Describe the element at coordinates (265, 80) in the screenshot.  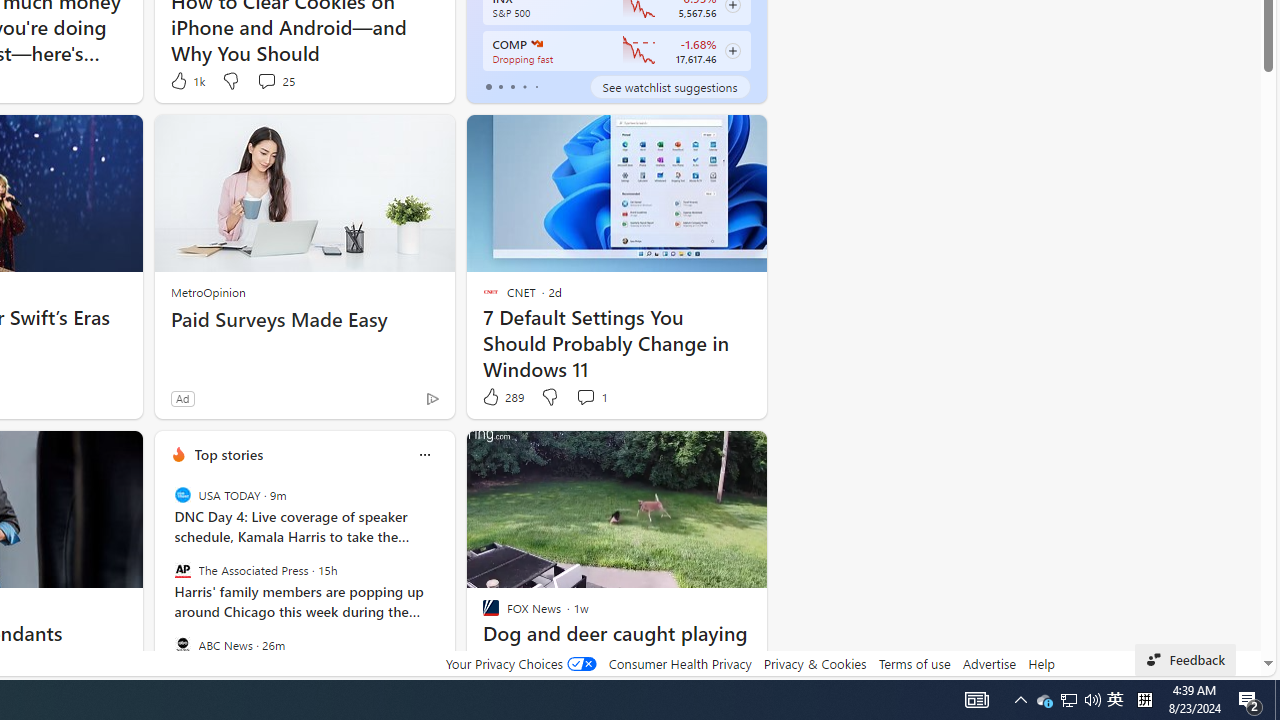
I see `'View comments 25 Comment'` at that location.